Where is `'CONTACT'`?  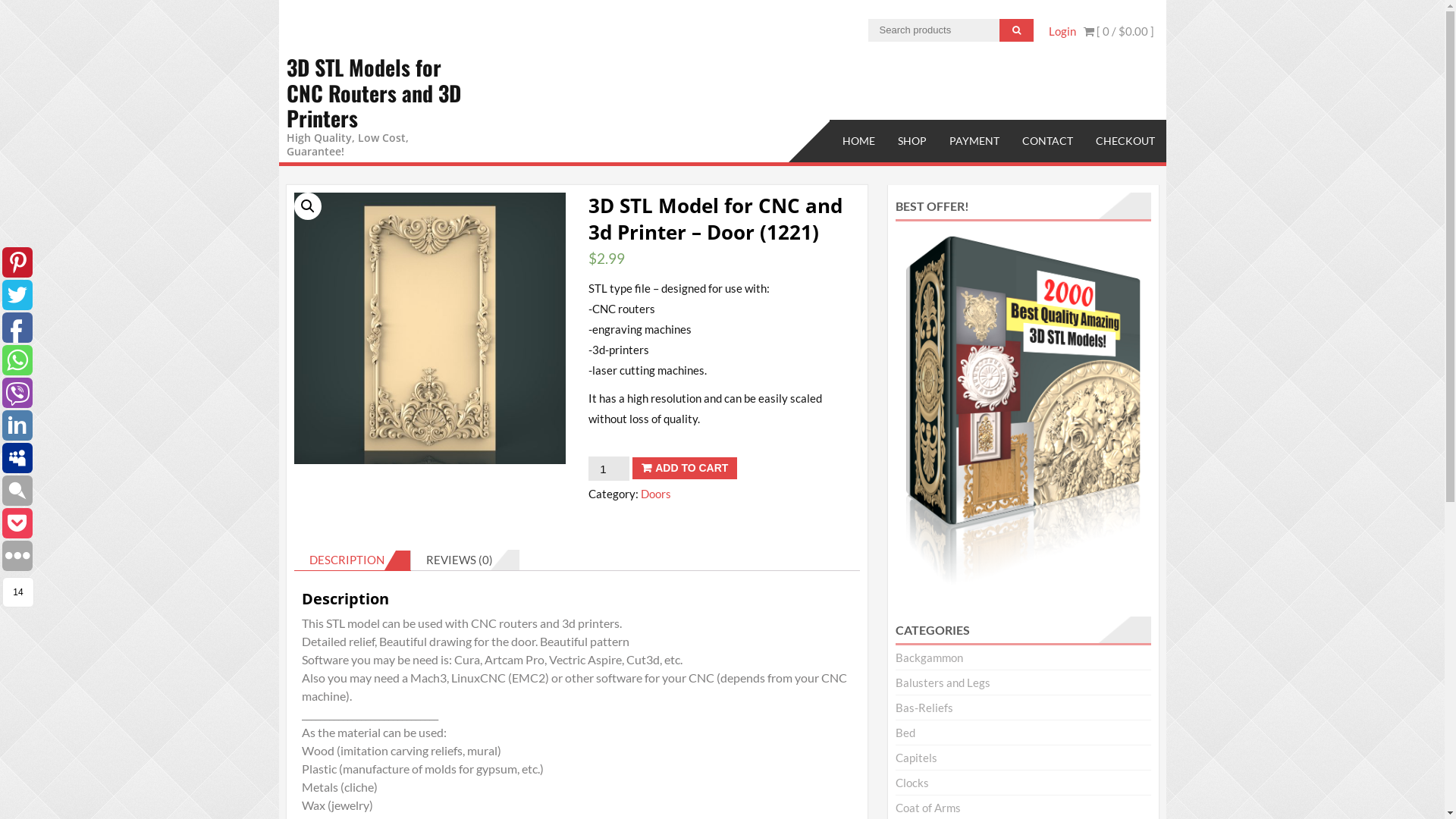
'CONTACT' is located at coordinates (1009, 140).